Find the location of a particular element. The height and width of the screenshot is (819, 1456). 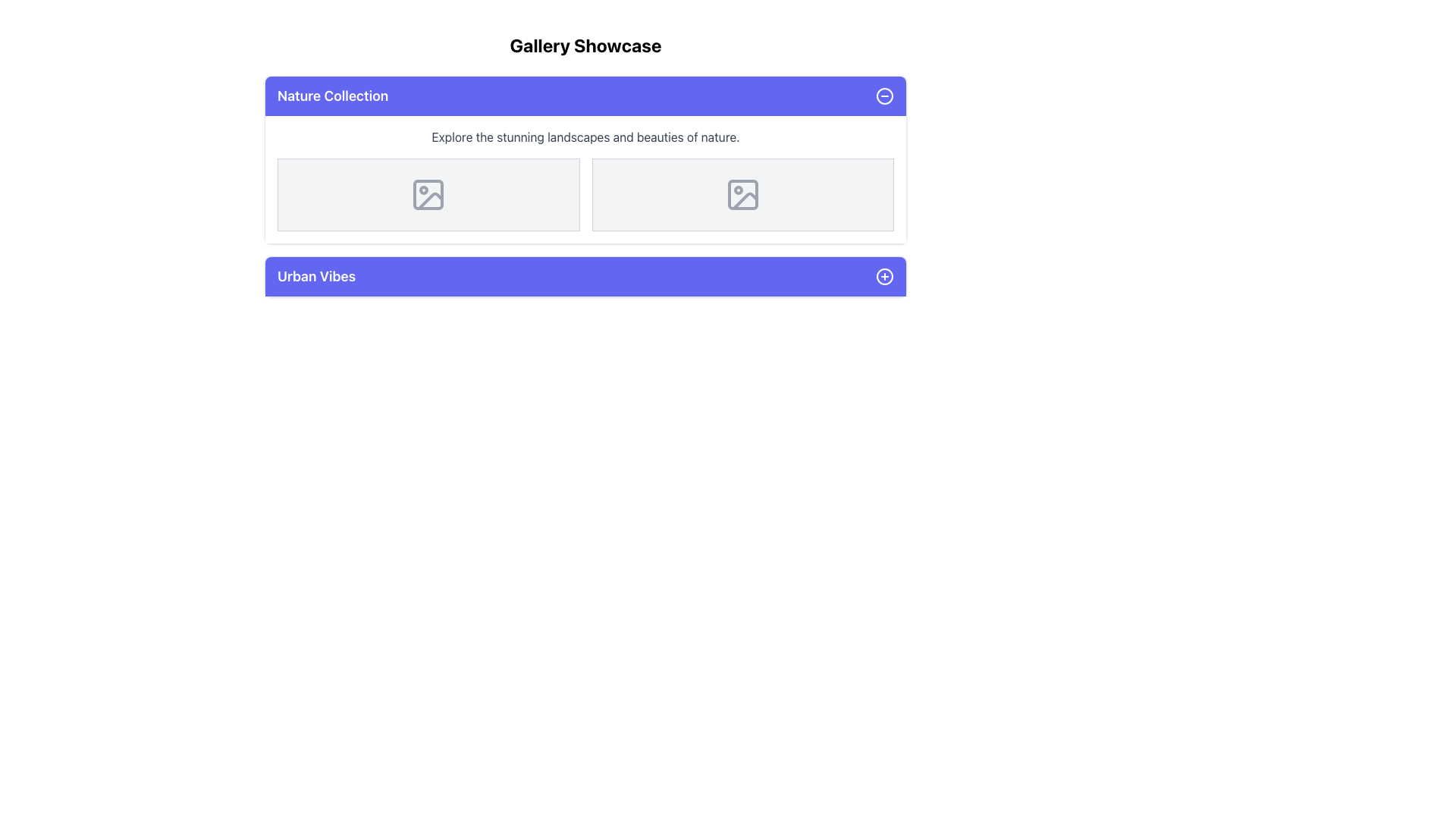

the image placeholder in the 'Nature Collection' card is located at coordinates (742, 194).